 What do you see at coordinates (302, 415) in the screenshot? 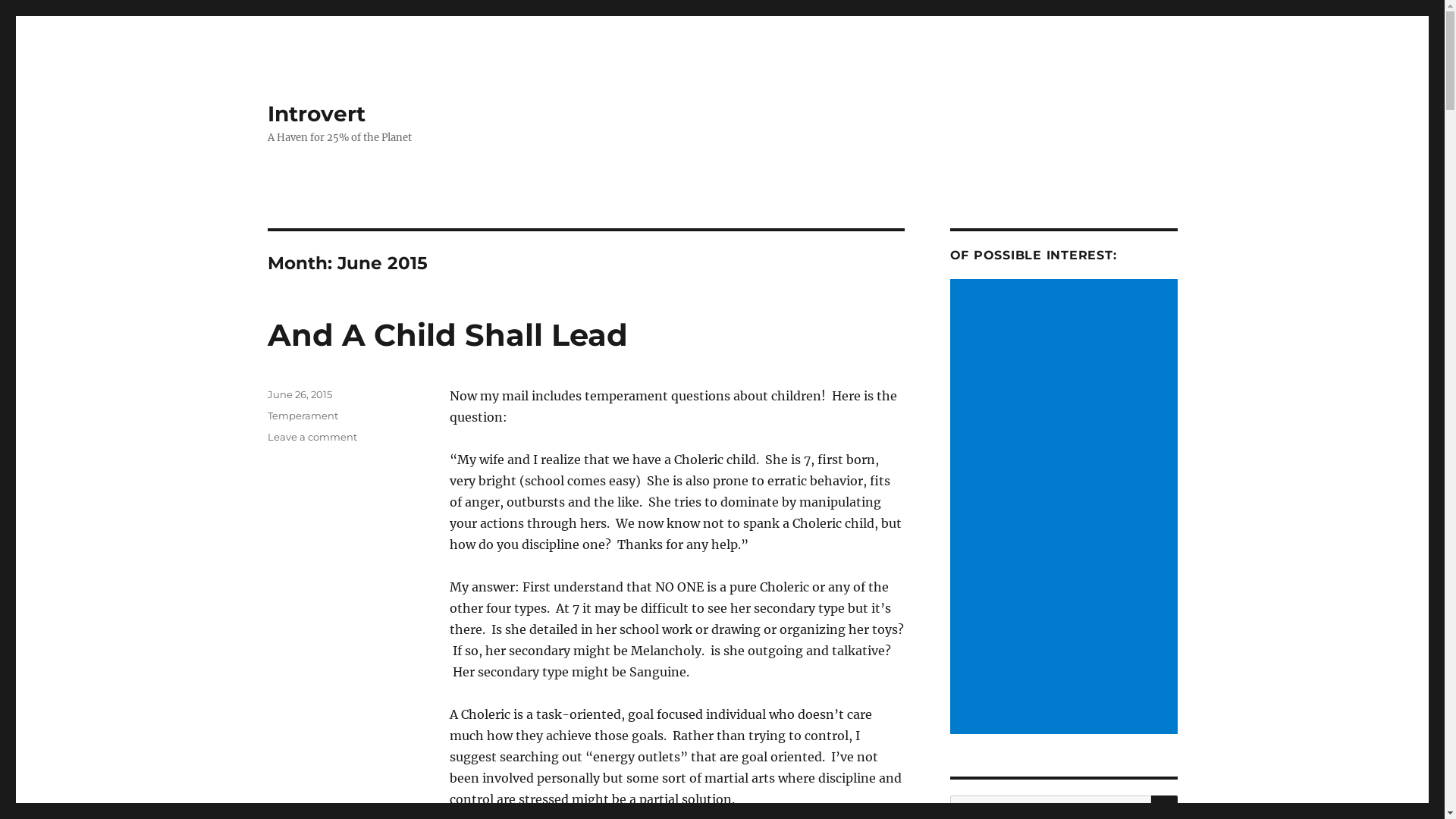
I see `'Temperament'` at bounding box center [302, 415].